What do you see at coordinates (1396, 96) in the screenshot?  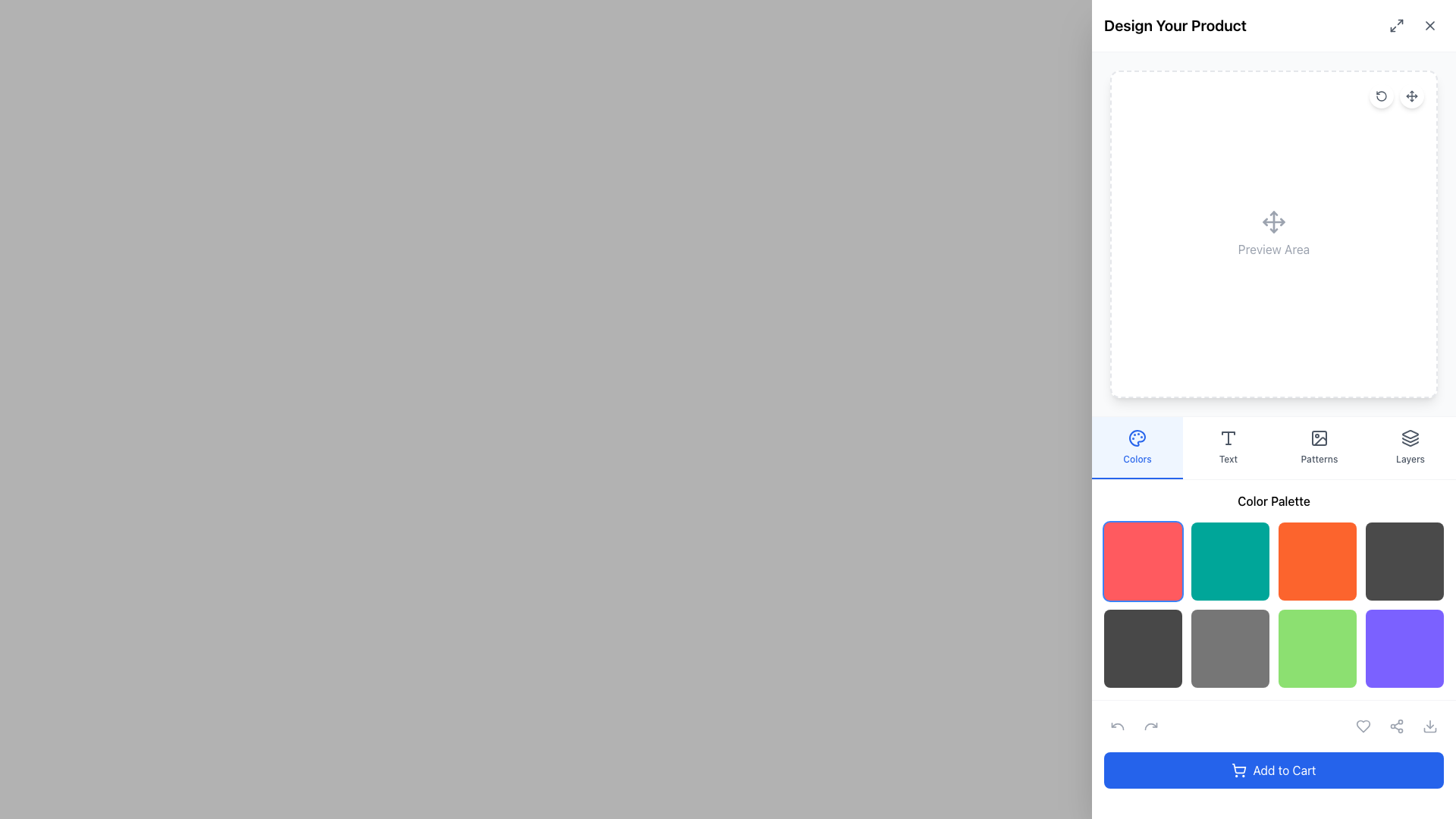 I see `the pair of circular icons` at bounding box center [1396, 96].